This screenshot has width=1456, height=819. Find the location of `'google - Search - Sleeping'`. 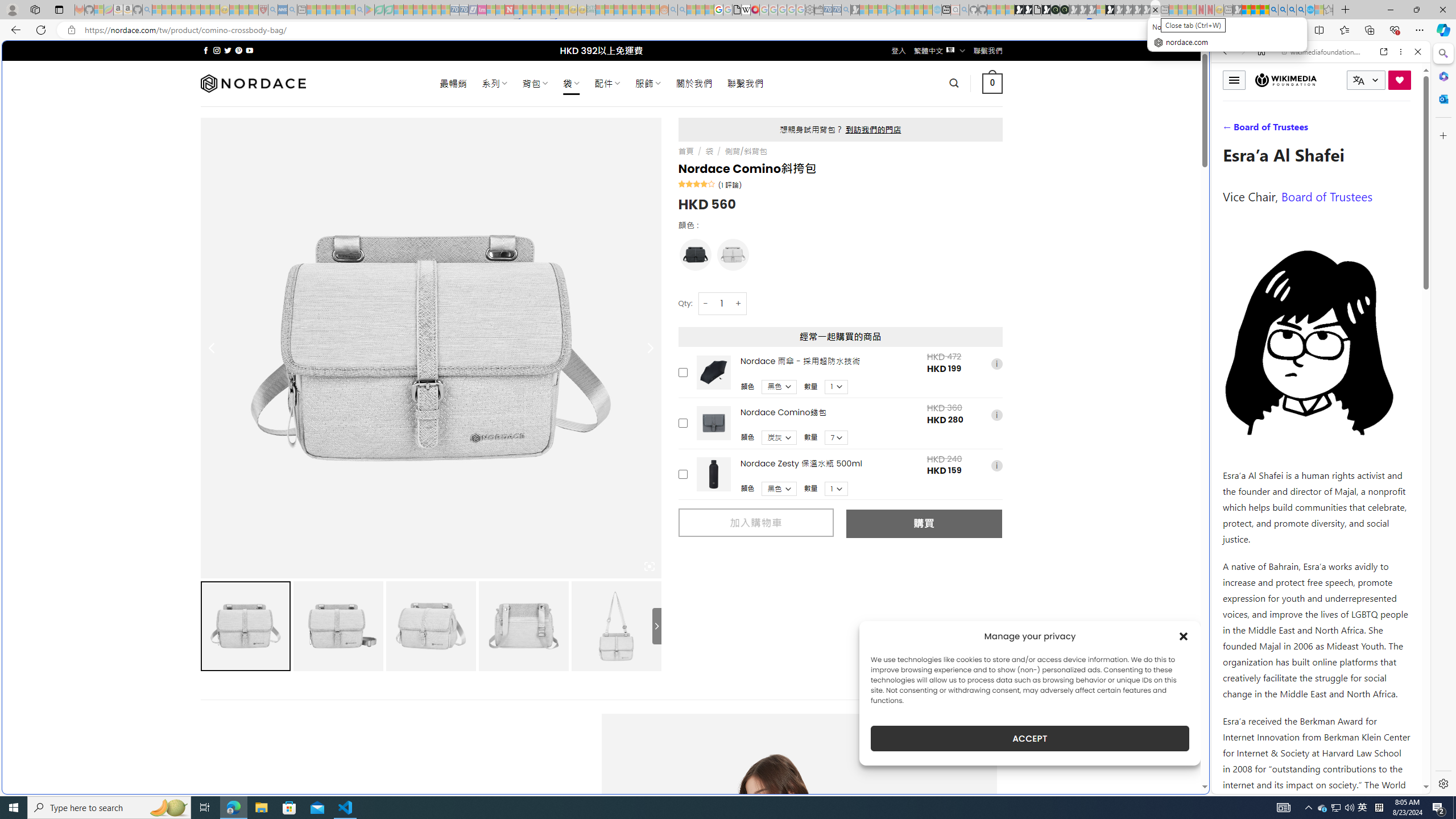

'google - Search - Sleeping' is located at coordinates (359, 9).